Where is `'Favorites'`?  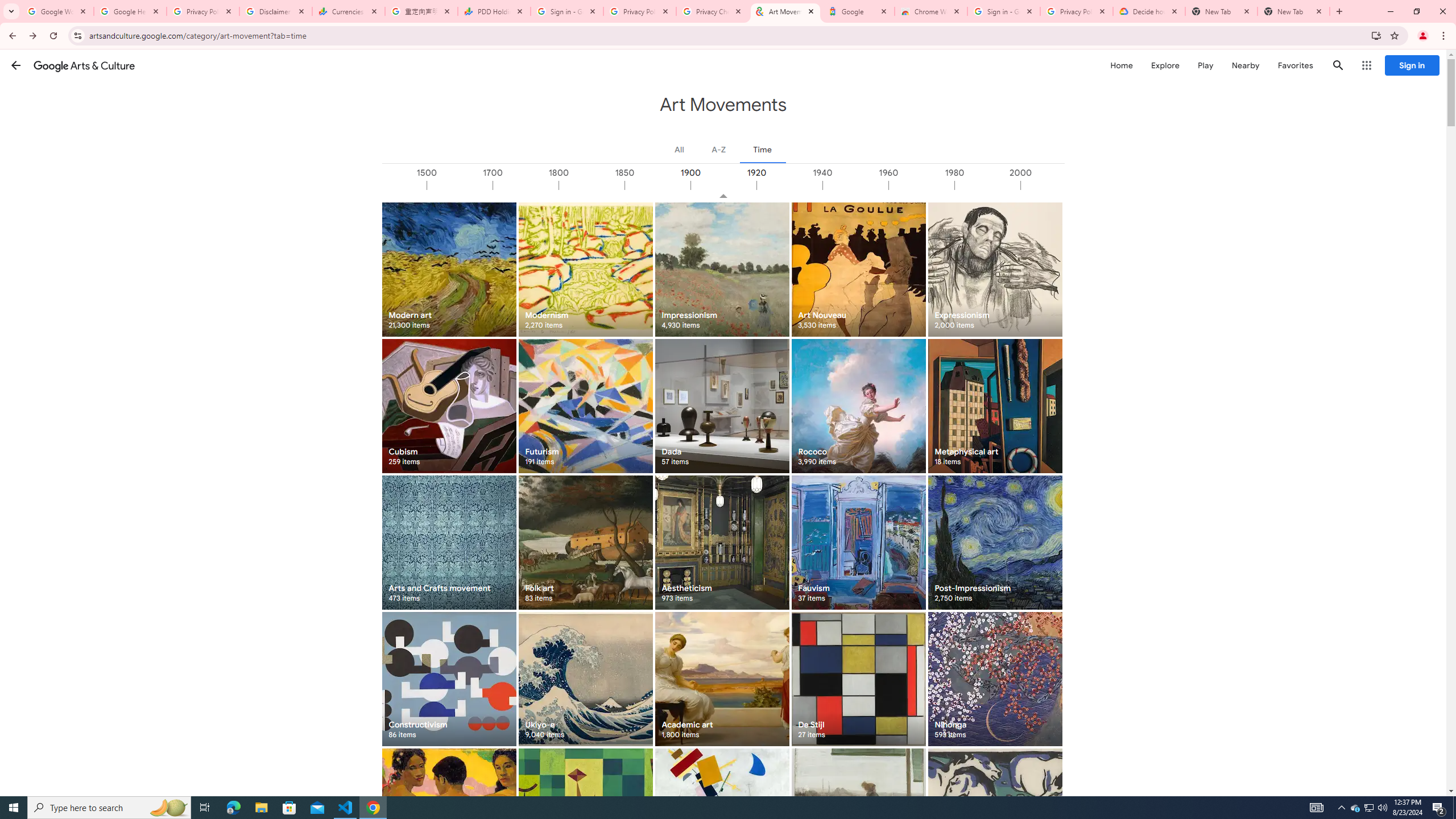
'Favorites' is located at coordinates (1294, 65).